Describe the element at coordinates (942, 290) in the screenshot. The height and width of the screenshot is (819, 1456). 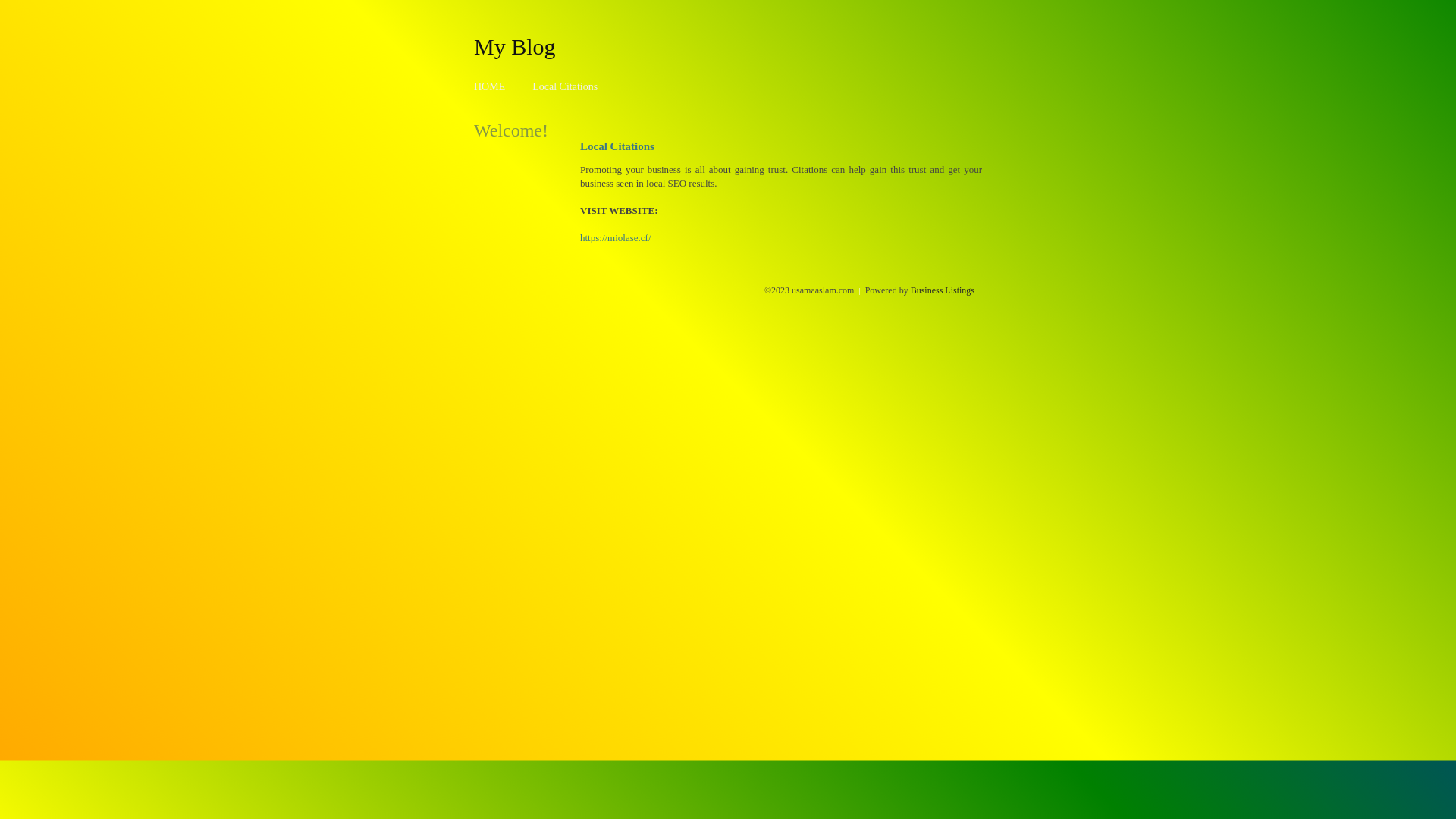
I see `'Business Listings'` at that location.